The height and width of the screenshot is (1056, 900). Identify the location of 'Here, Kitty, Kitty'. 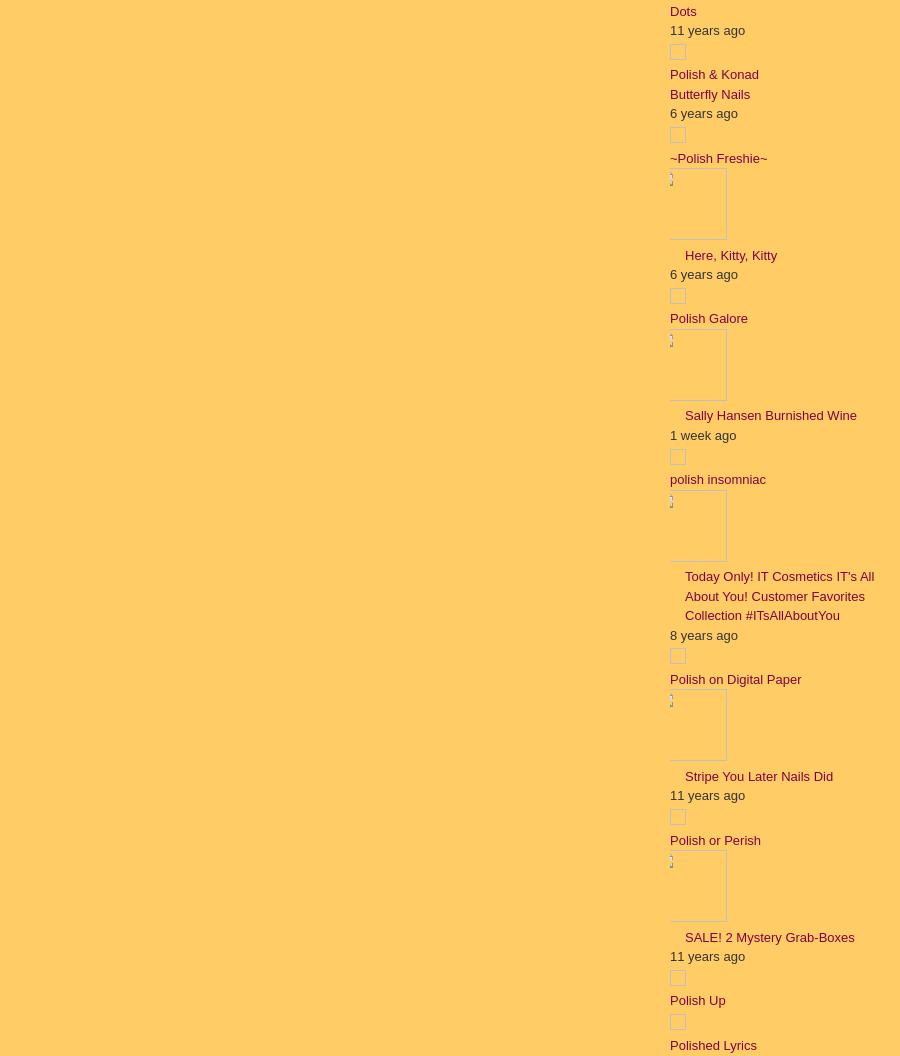
(729, 253).